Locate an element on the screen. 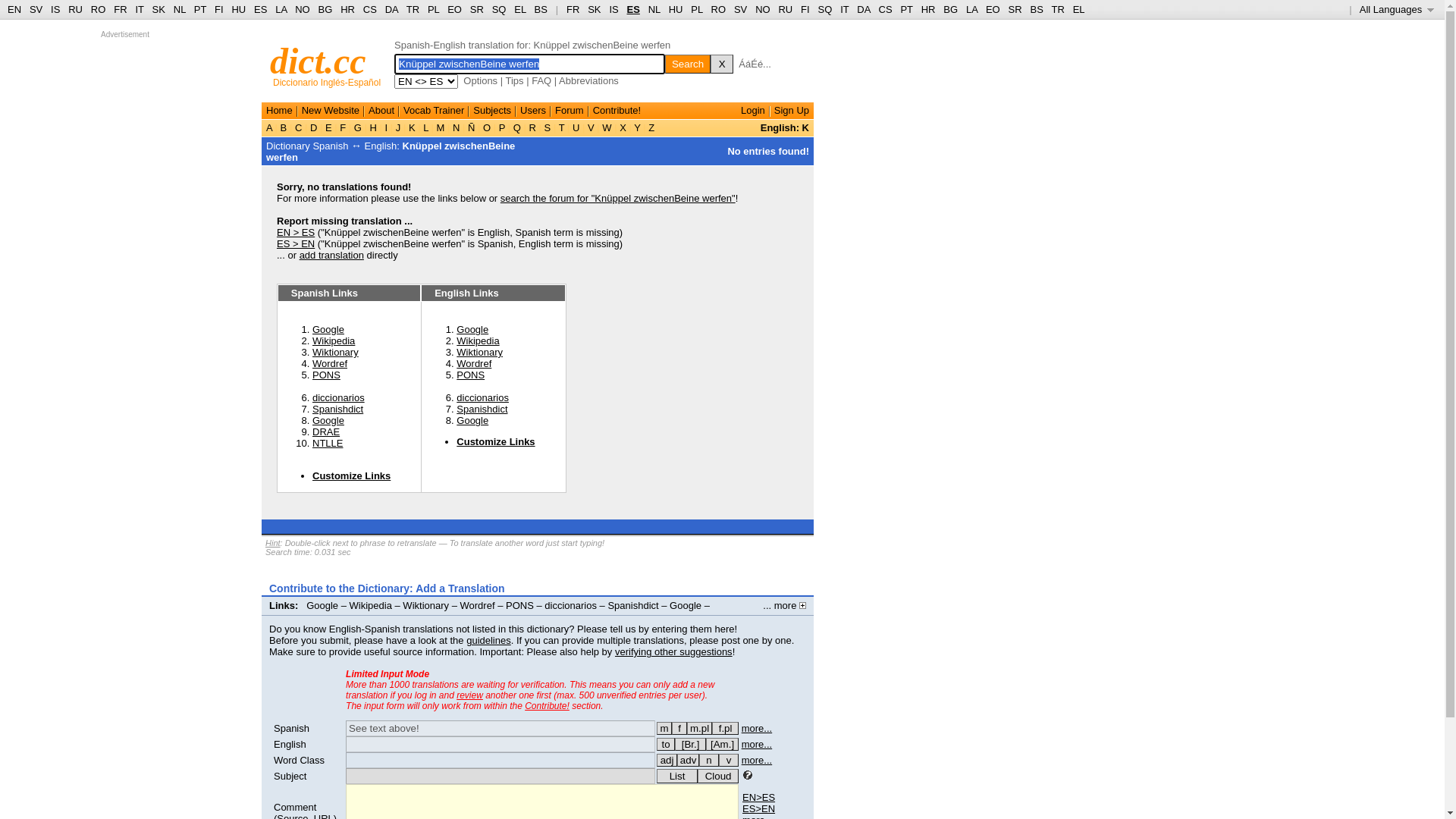  'DRAE' is located at coordinates (325, 431).